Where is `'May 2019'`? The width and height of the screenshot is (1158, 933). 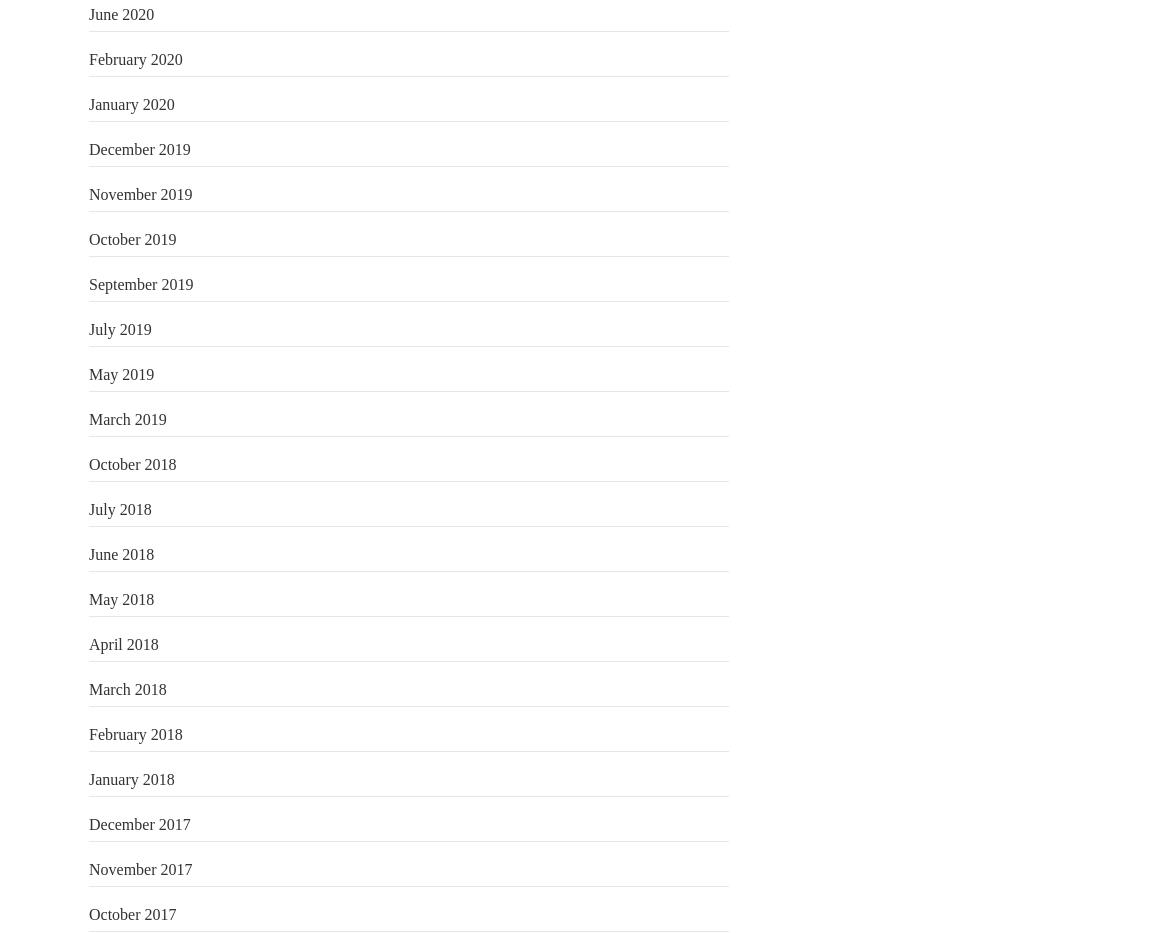 'May 2019' is located at coordinates (120, 373).